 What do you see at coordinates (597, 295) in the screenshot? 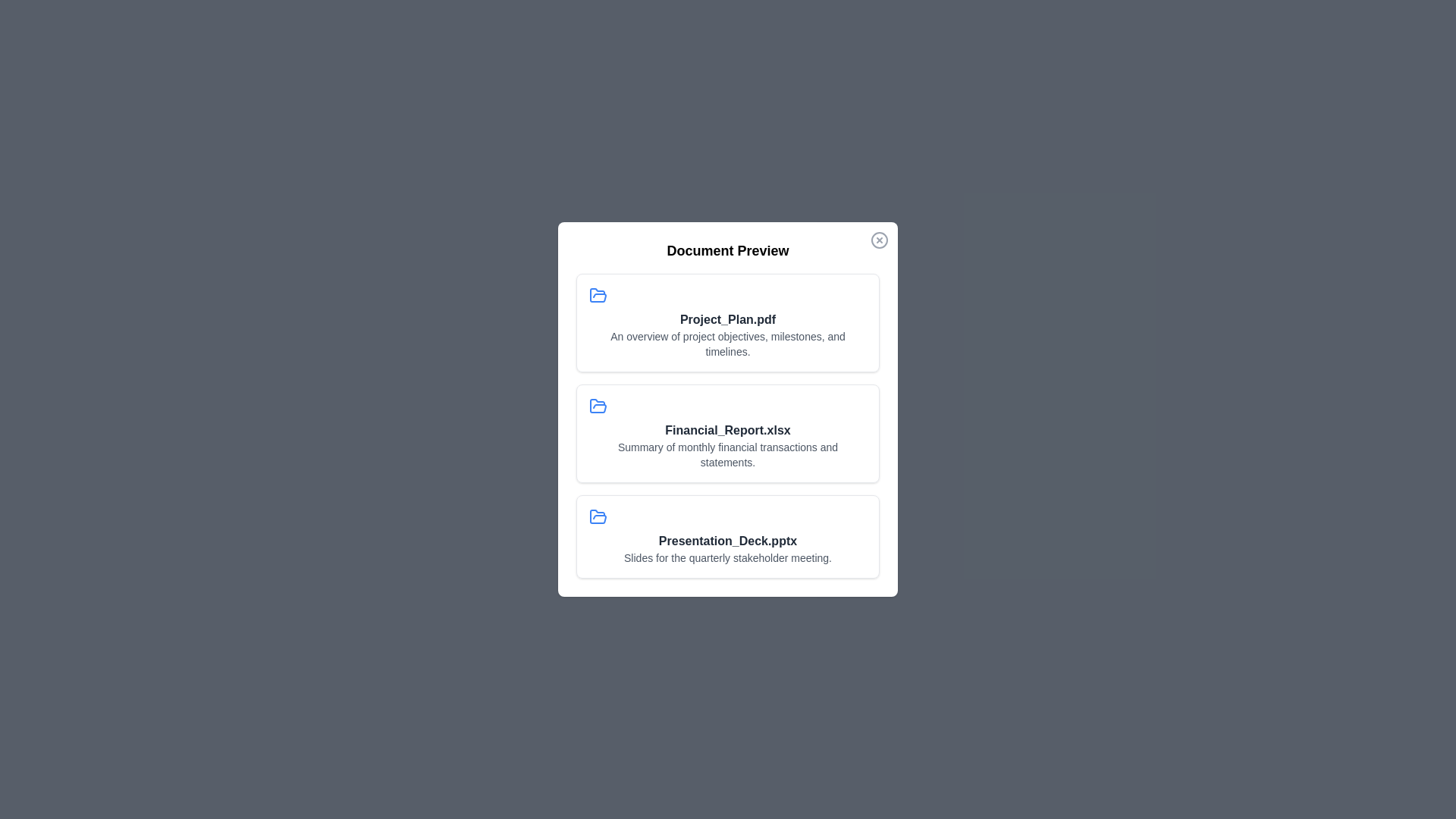
I see `the icon associated with the document Project_Plan.pdf to examine it visually` at bounding box center [597, 295].